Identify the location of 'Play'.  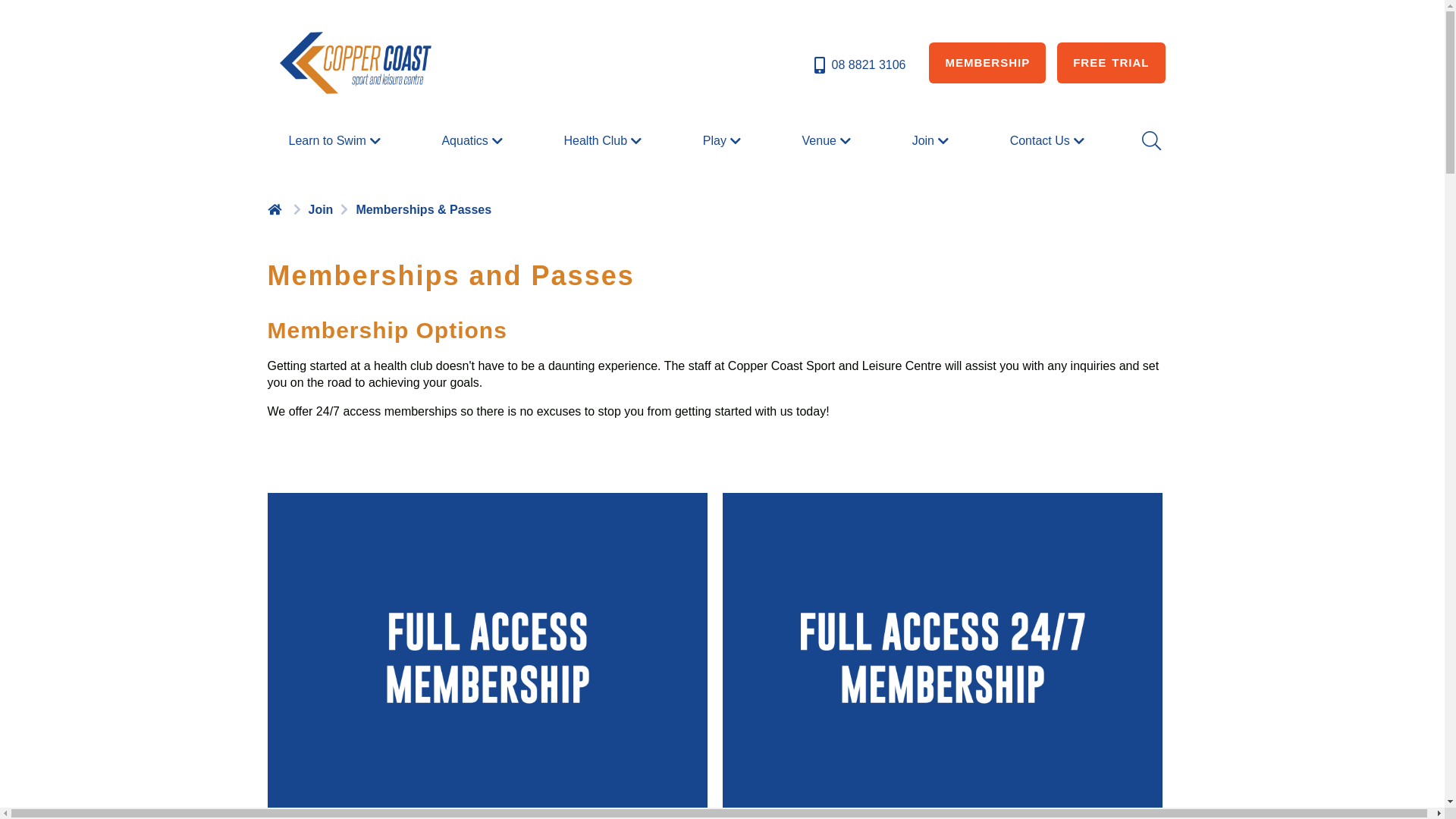
(723, 140).